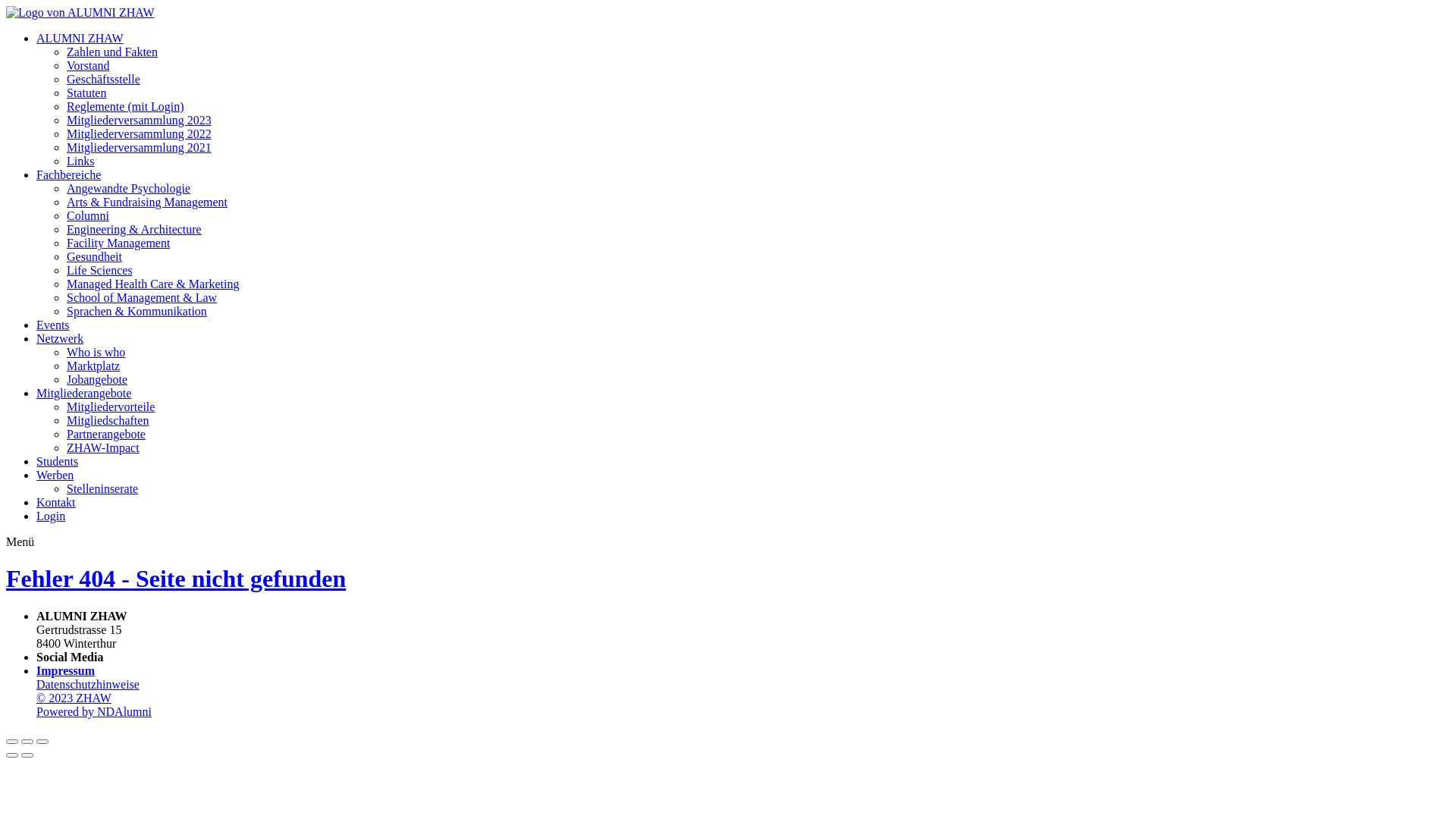  I want to click on 'Zoom in/out', so click(42, 741).